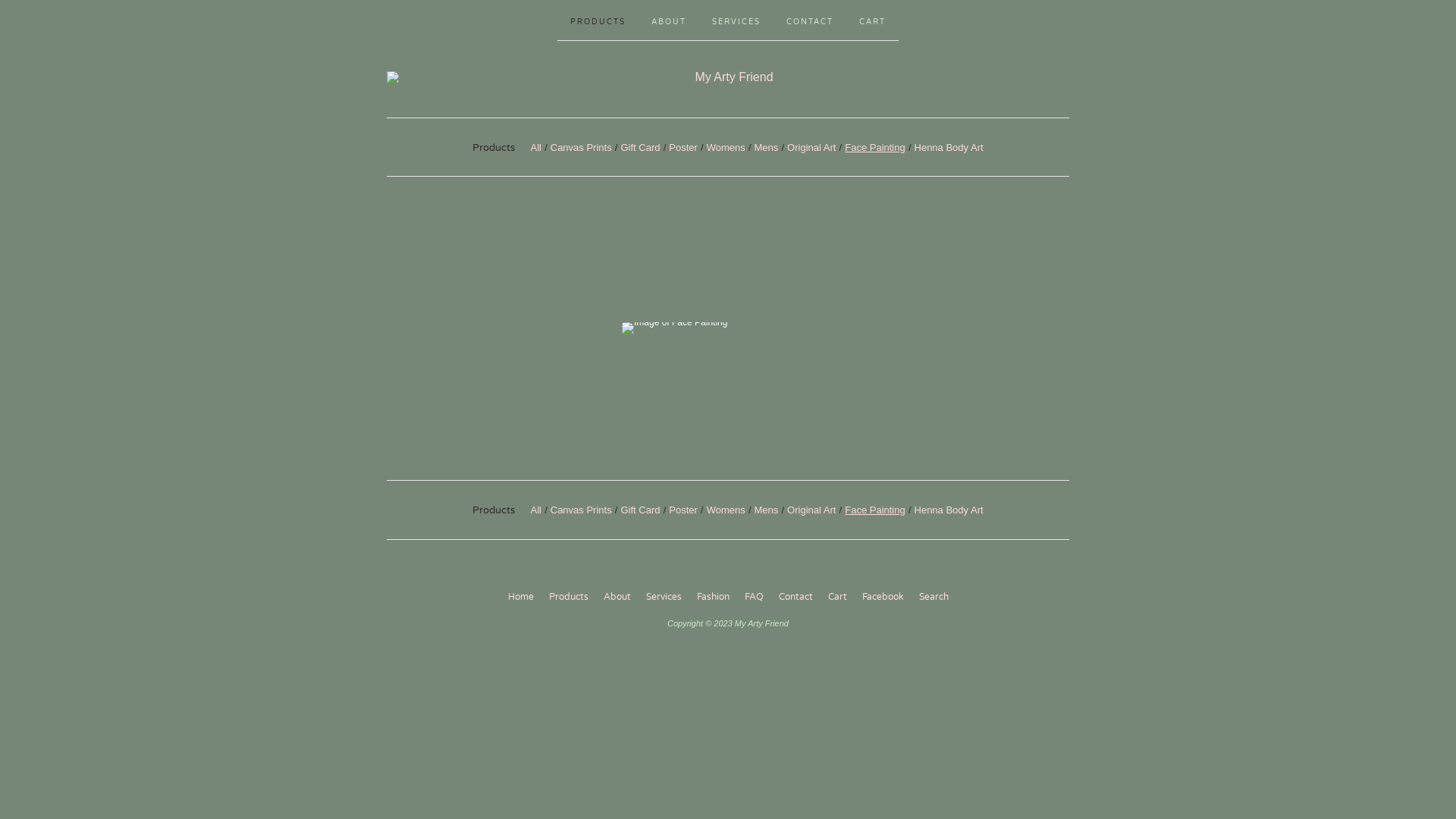  What do you see at coordinates (697, 651) in the screenshot?
I see `'Powered by Big Cartel'` at bounding box center [697, 651].